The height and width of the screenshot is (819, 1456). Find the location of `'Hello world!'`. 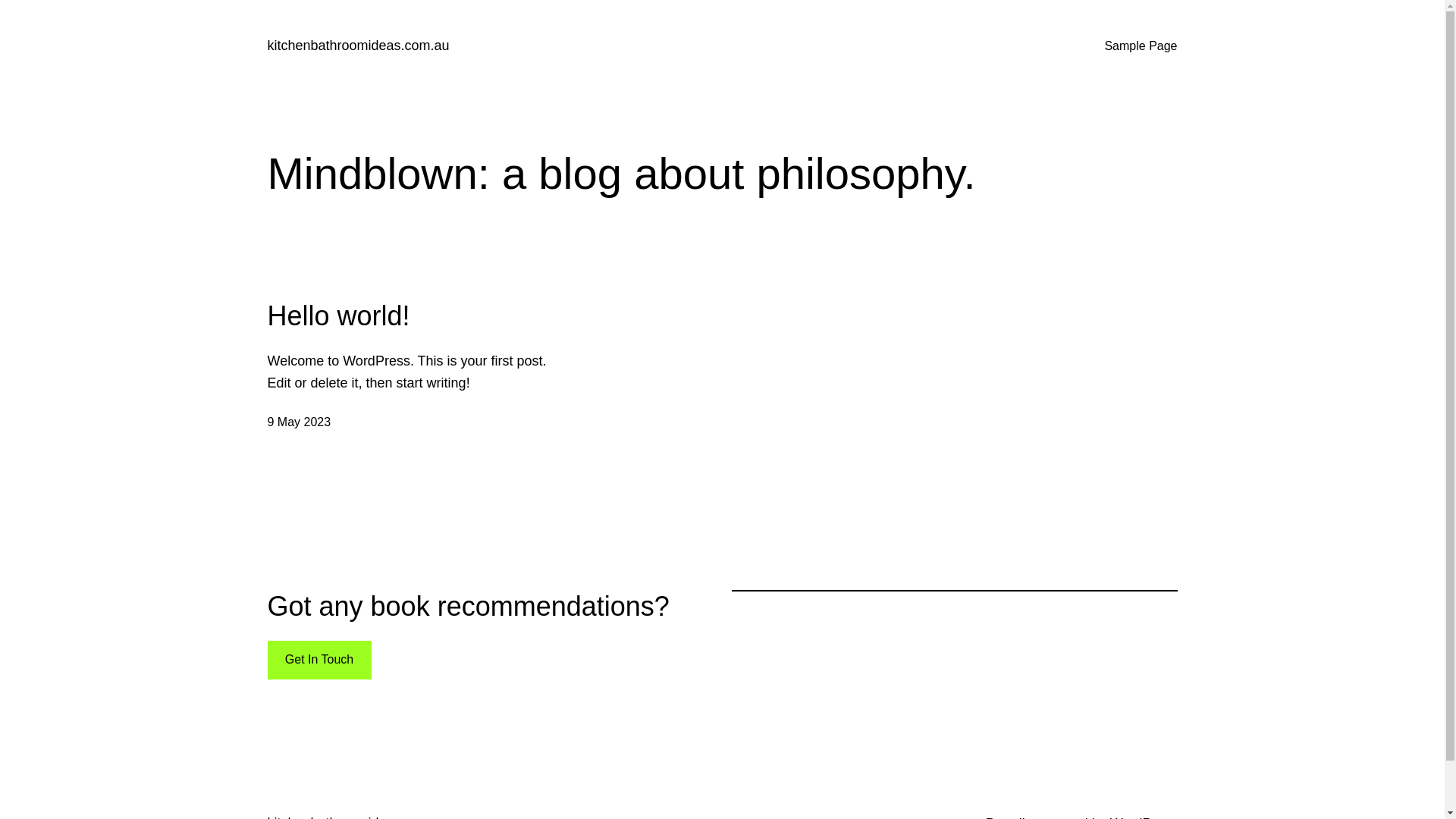

'Hello world!' is located at coordinates (337, 315).